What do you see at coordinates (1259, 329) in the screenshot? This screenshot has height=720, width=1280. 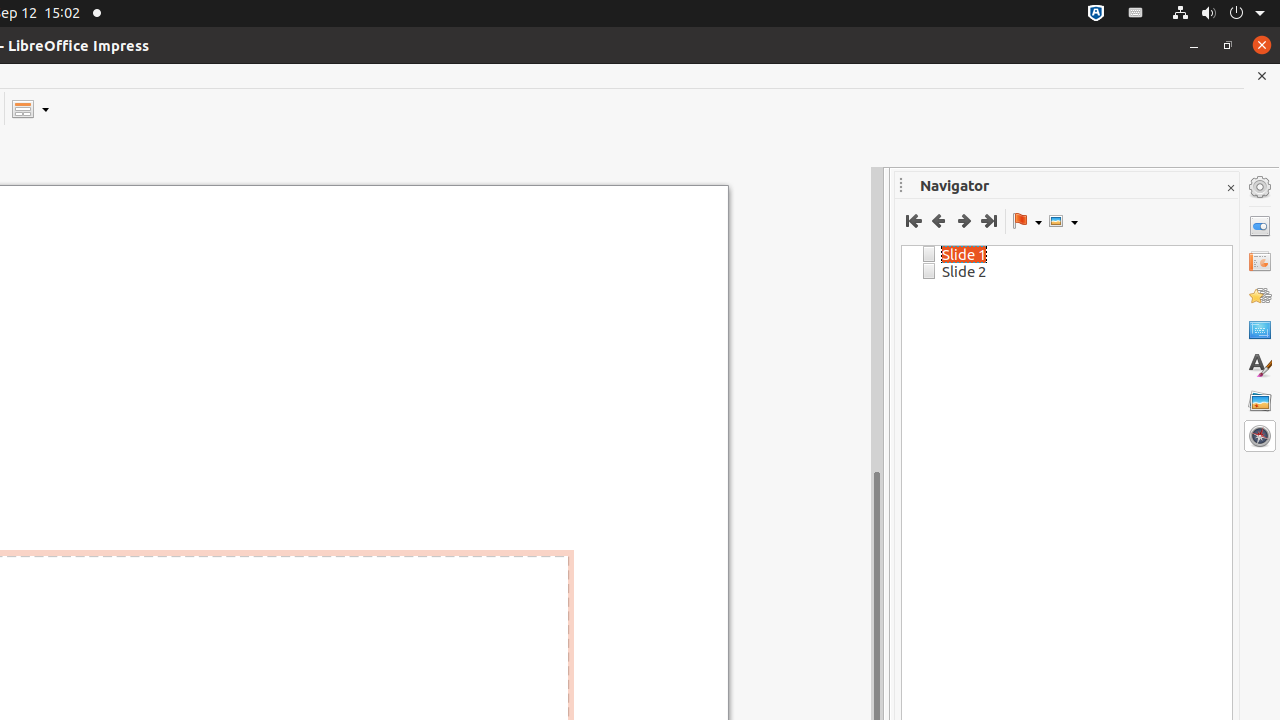 I see `'Master Slides'` at bounding box center [1259, 329].